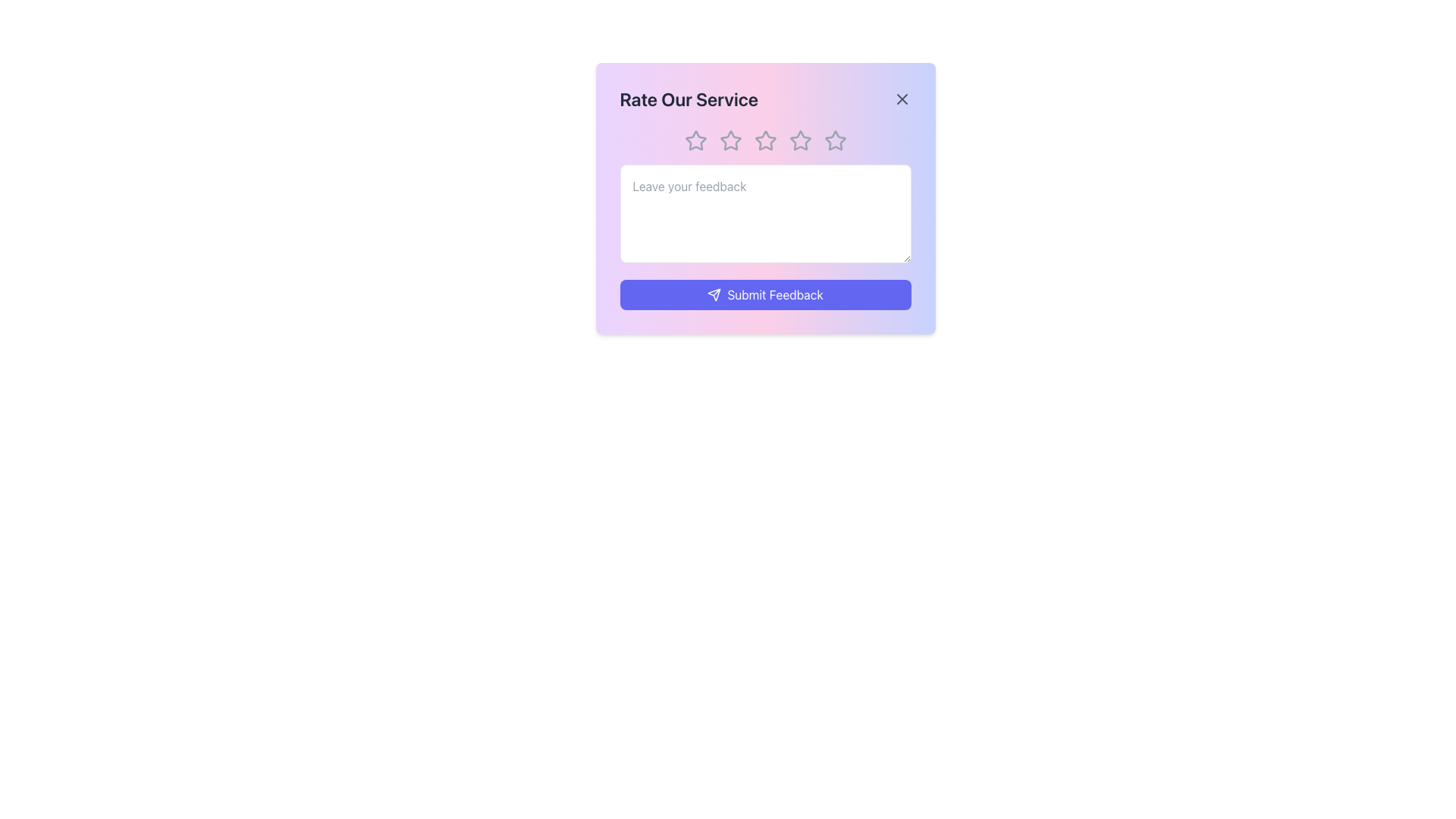  What do you see at coordinates (834, 140) in the screenshot?
I see `the fifth star-shaped icon in the 'Rate Our Service' modal` at bounding box center [834, 140].